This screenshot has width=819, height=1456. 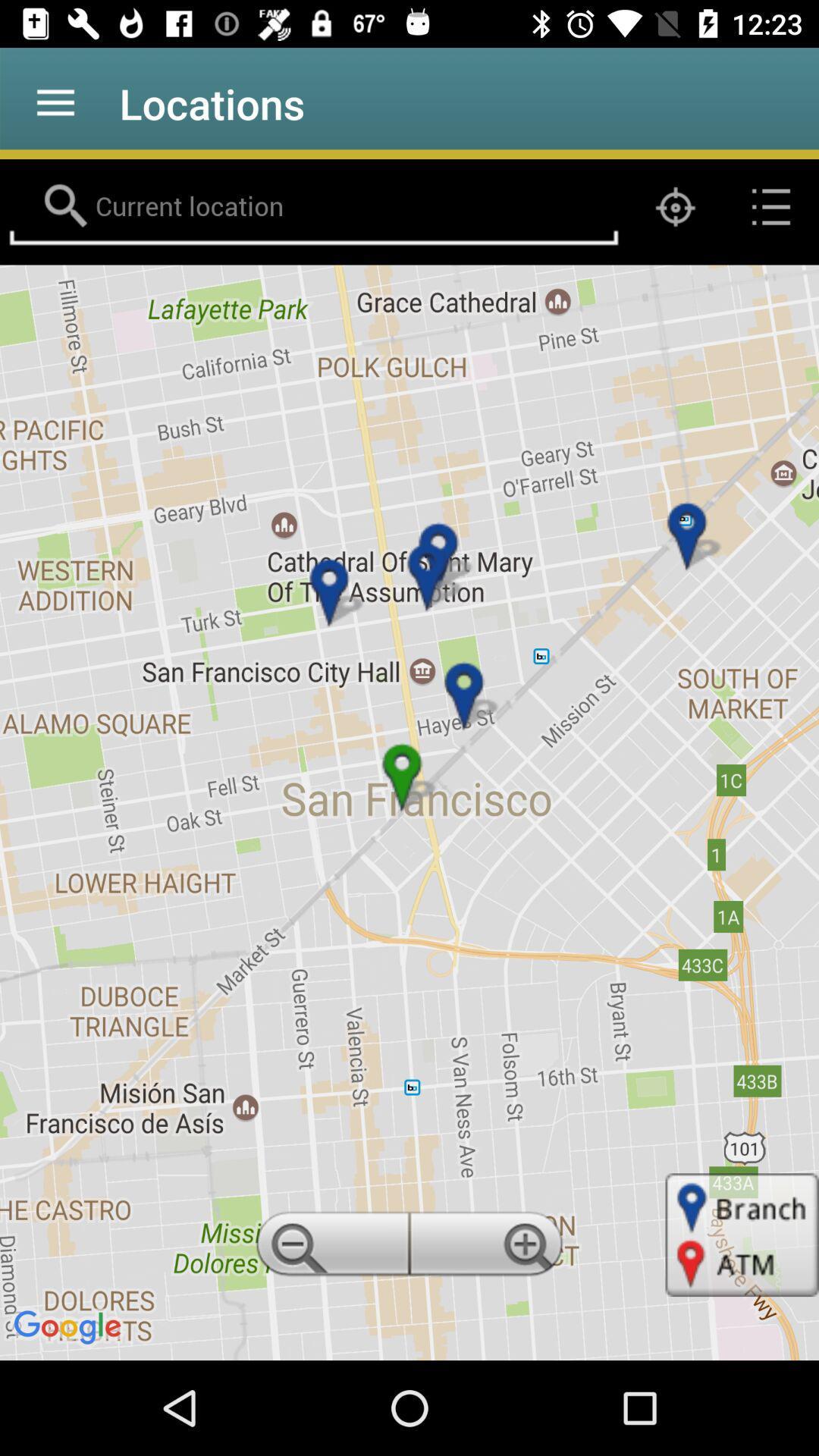 I want to click on the list icon, so click(x=771, y=206).